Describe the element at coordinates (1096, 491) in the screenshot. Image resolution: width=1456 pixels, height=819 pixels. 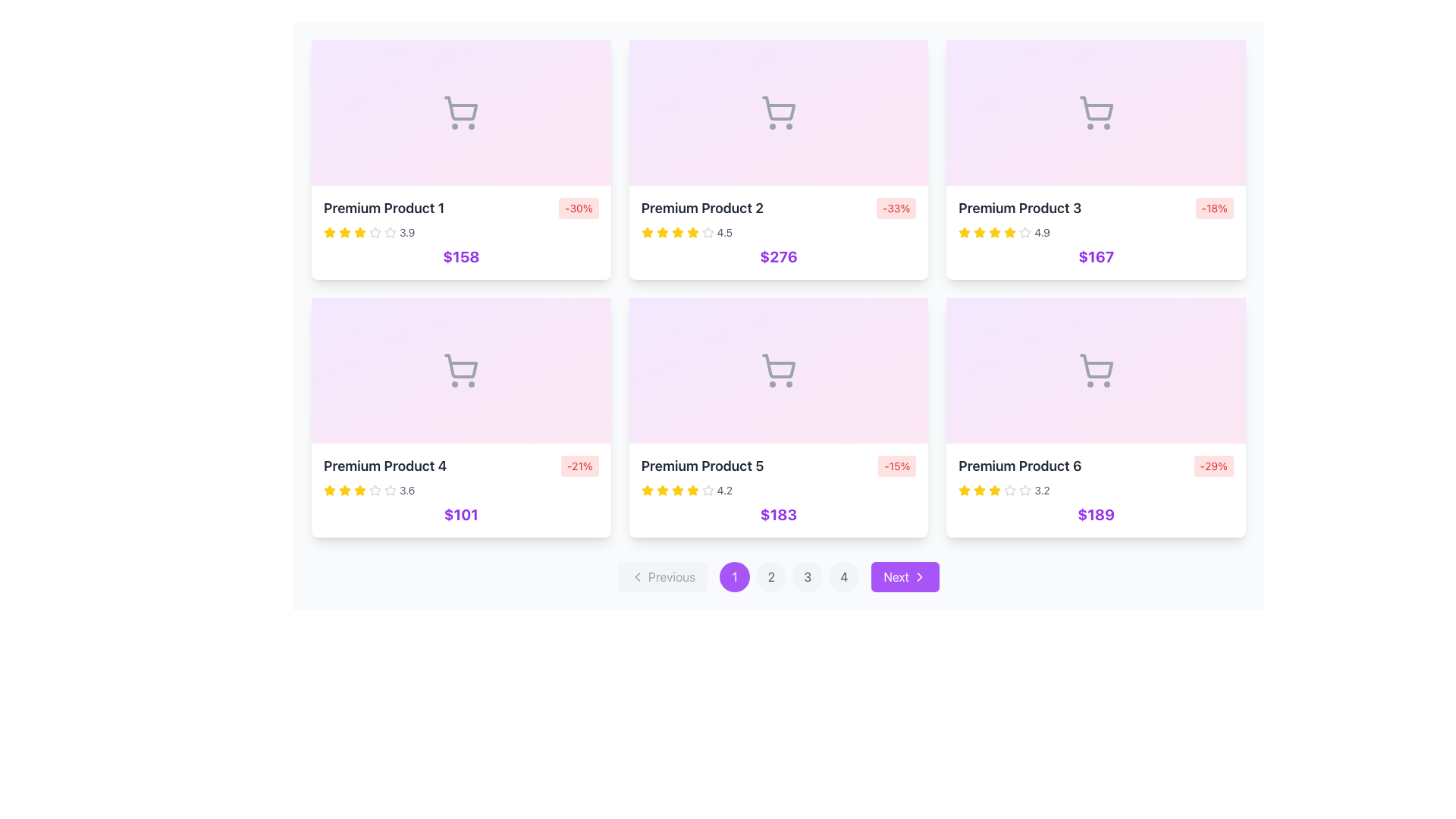
I see `the informational card located in the bottom-right corner of a 2x3 grid` at that location.